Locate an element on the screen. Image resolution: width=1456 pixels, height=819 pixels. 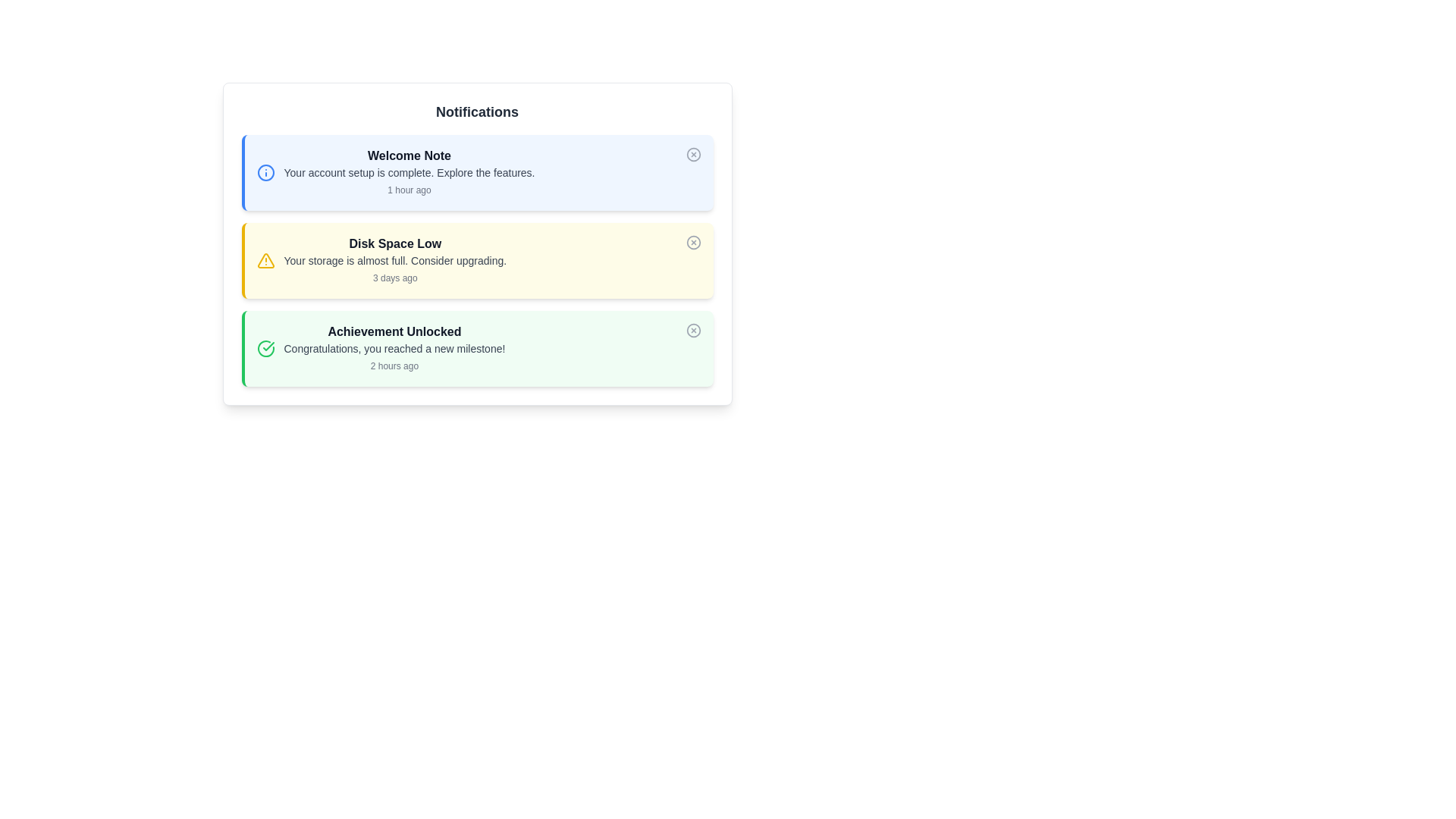
the triangle icon with a yellow border that indicates a warning, located in the top-left corner of the 'Disk Space Low' notification card is located at coordinates (265, 259).